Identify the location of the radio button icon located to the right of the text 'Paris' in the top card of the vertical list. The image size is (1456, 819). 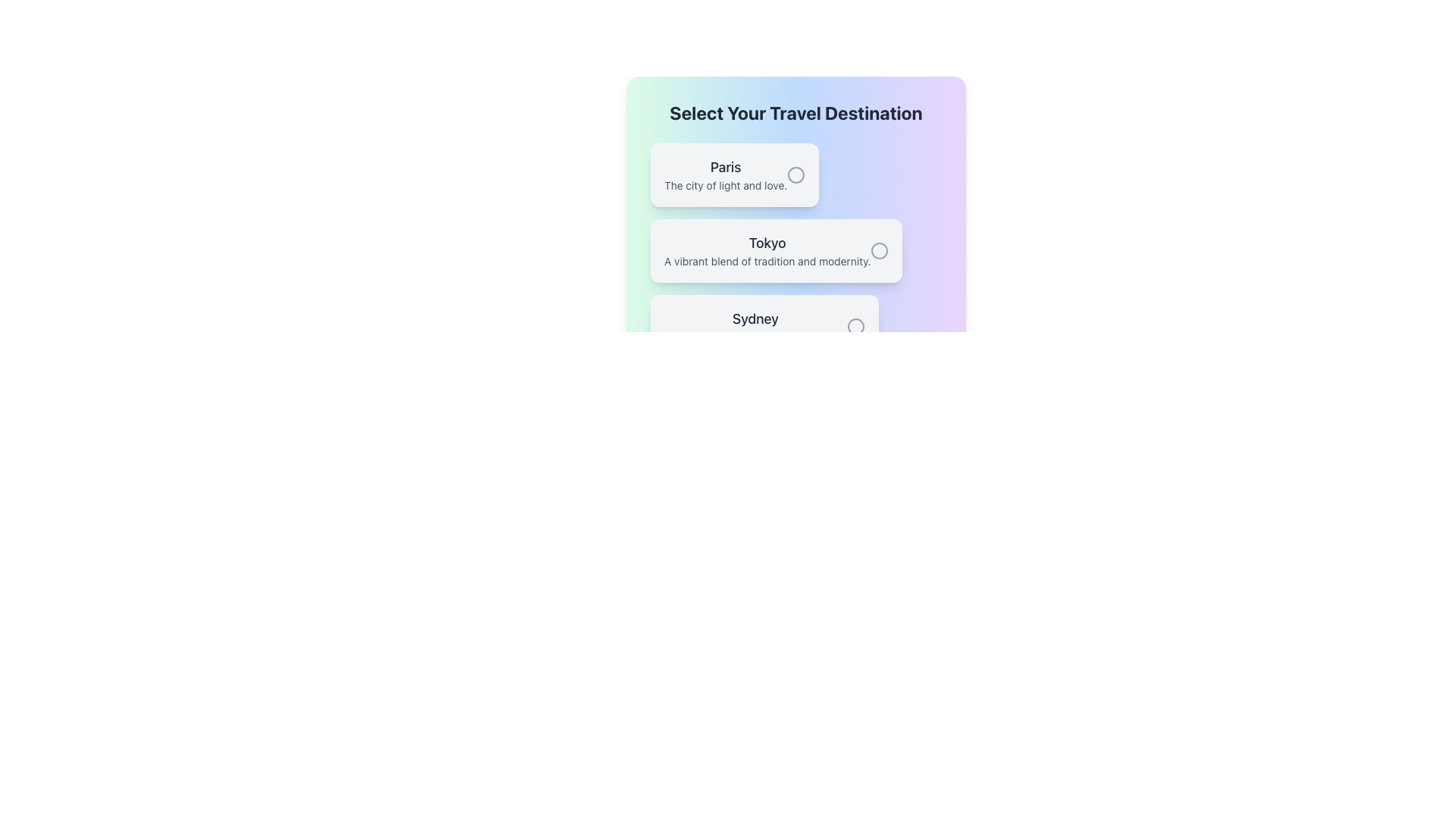
(795, 174).